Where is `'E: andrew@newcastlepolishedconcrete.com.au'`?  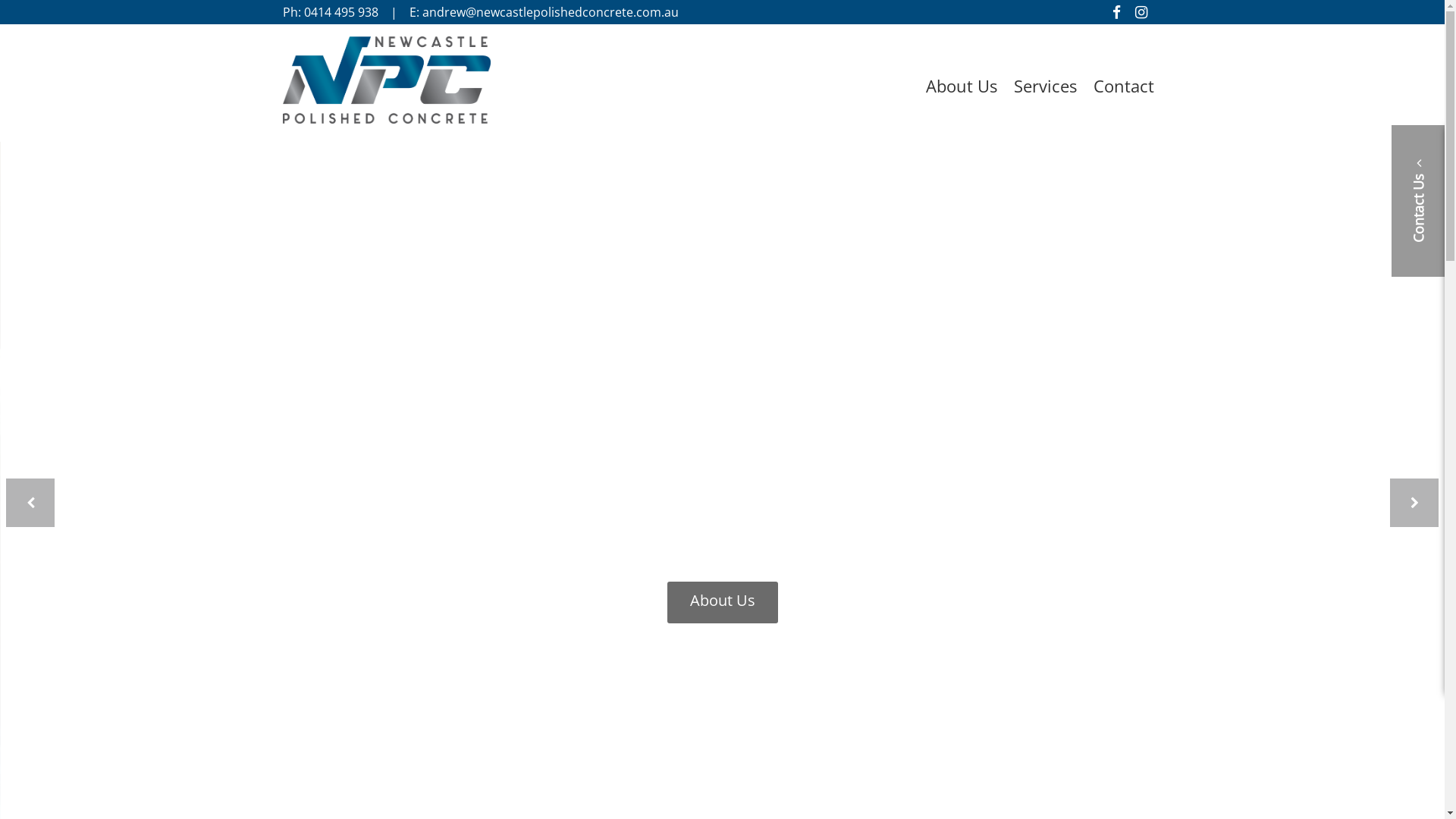
'E: andrew@newcastlepolishedconcrete.com.au' is located at coordinates (544, 11).